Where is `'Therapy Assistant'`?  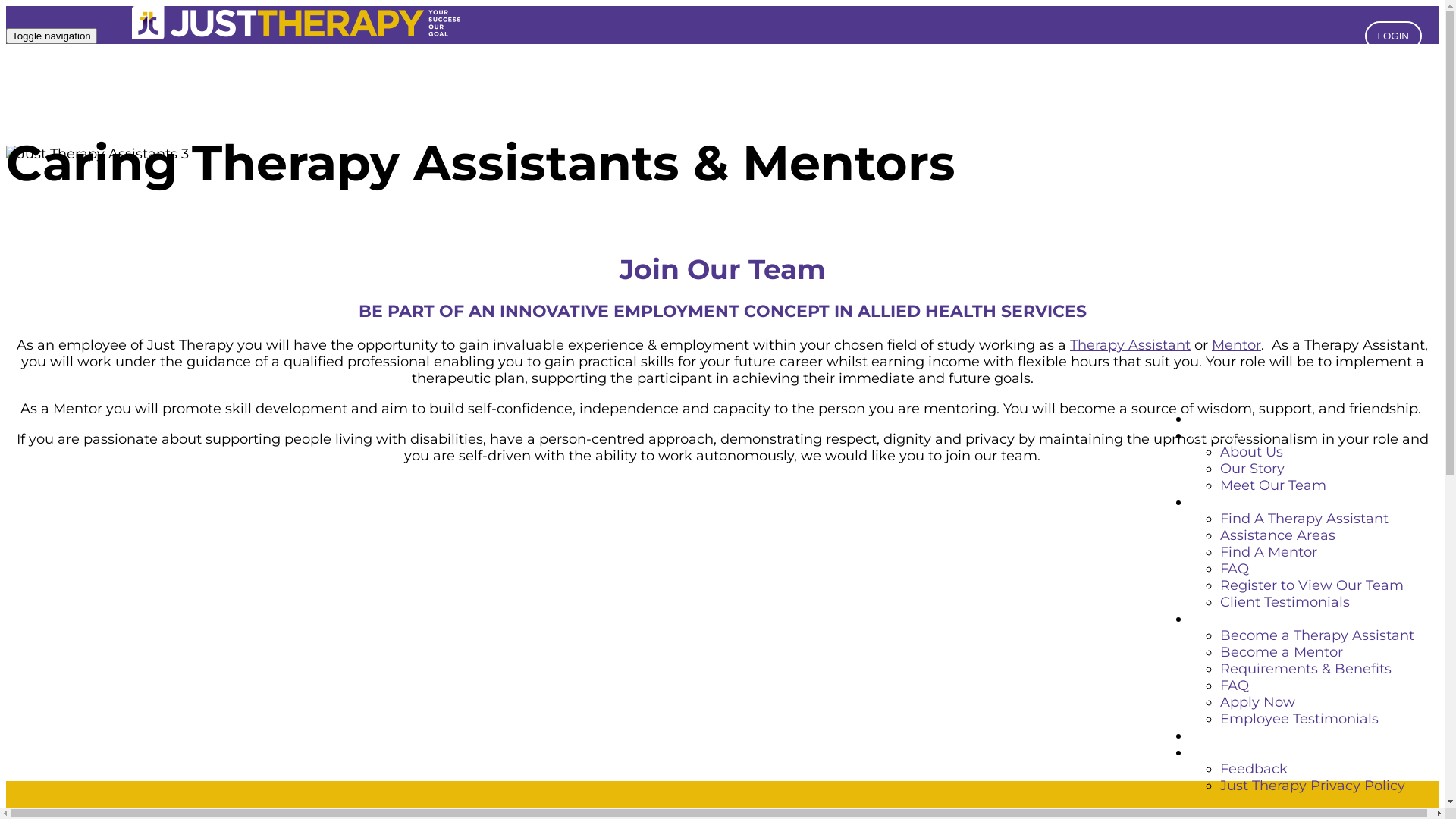
'Therapy Assistant' is located at coordinates (1130, 345).